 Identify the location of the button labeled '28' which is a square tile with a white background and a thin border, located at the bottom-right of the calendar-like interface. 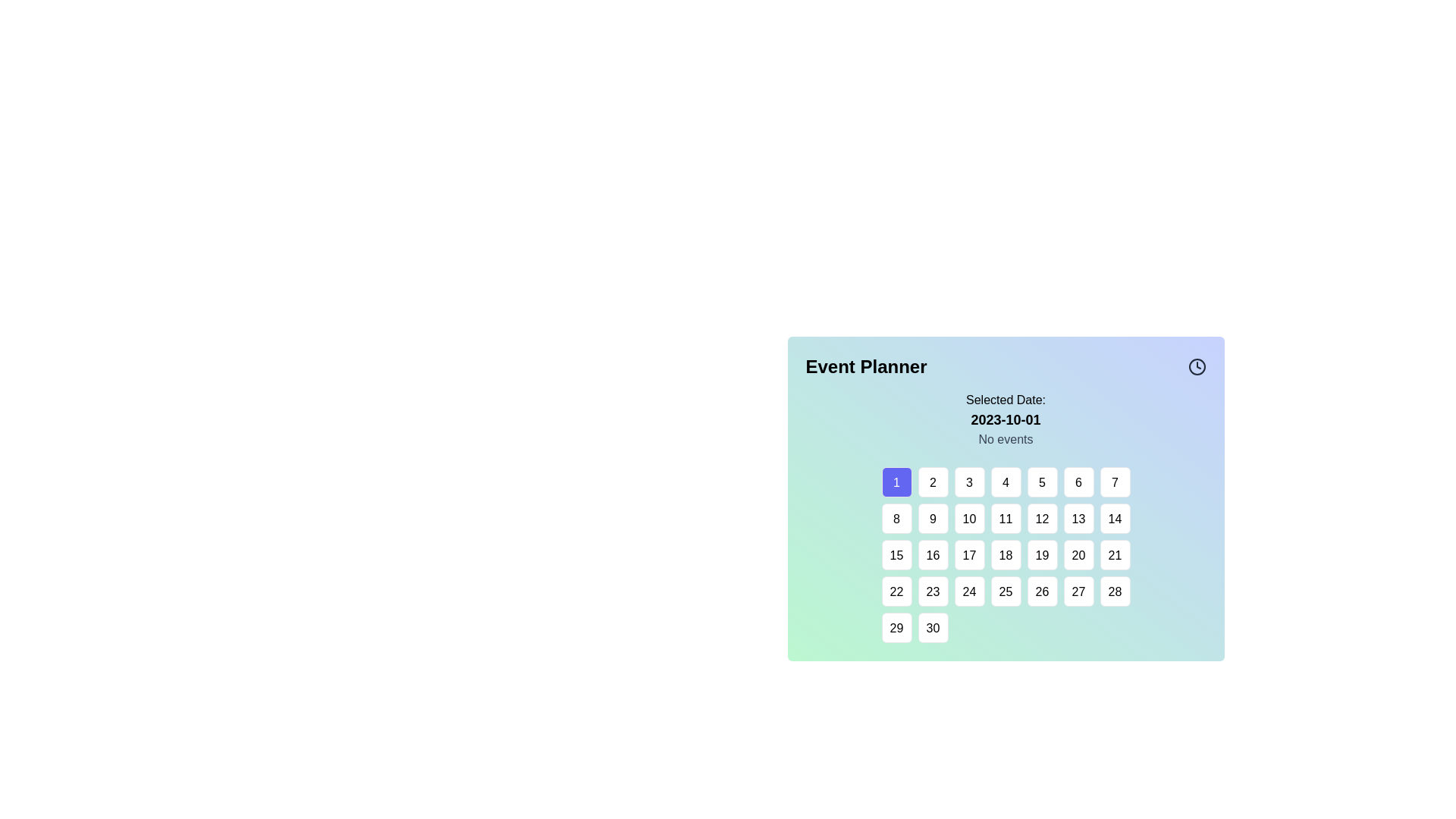
(1115, 590).